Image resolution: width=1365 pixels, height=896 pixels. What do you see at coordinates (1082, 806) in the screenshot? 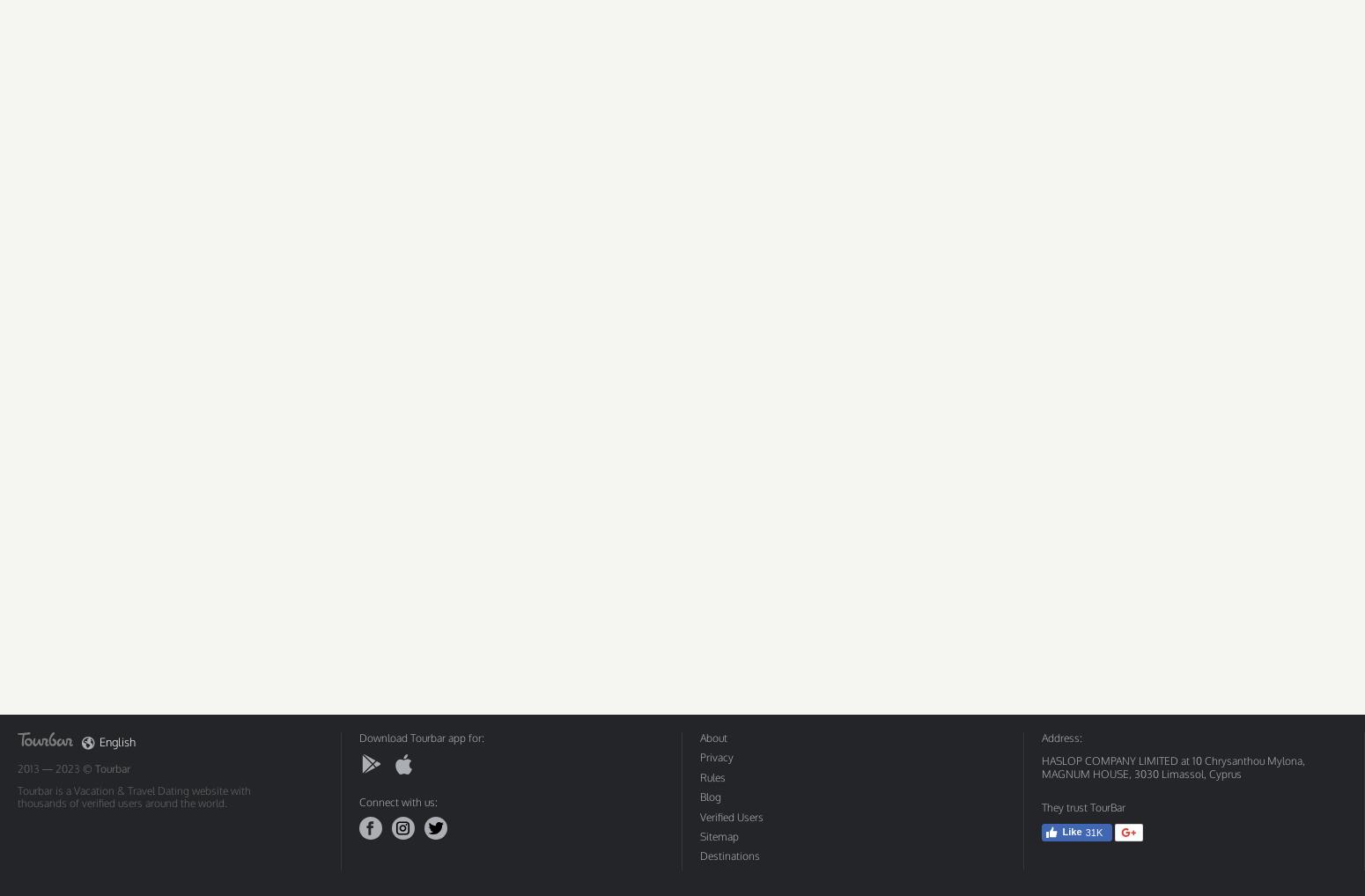
I see `'They trust TourBar'` at bounding box center [1082, 806].